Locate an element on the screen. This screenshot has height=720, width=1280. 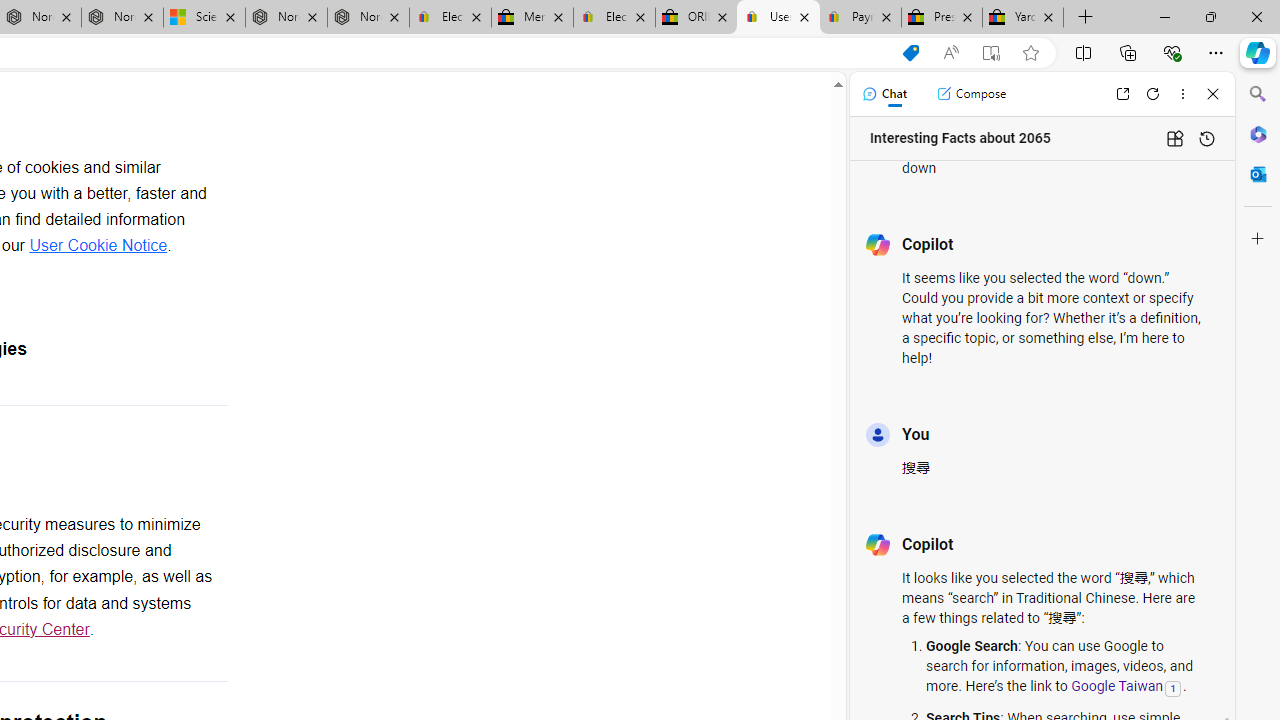
'User Privacy Notice | eBay' is located at coordinates (777, 17).